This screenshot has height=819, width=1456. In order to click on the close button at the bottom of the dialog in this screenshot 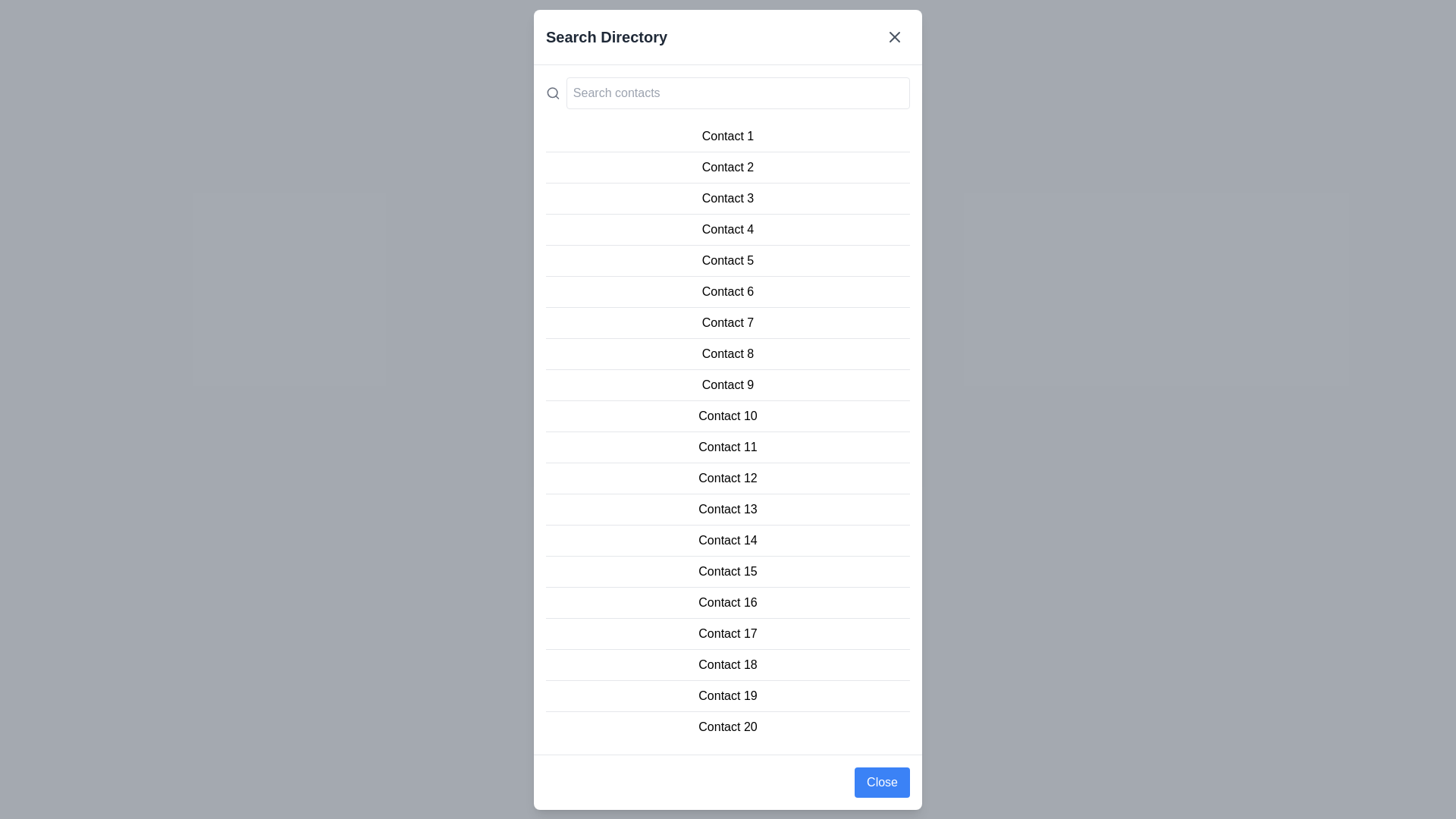, I will do `click(882, 782)`.